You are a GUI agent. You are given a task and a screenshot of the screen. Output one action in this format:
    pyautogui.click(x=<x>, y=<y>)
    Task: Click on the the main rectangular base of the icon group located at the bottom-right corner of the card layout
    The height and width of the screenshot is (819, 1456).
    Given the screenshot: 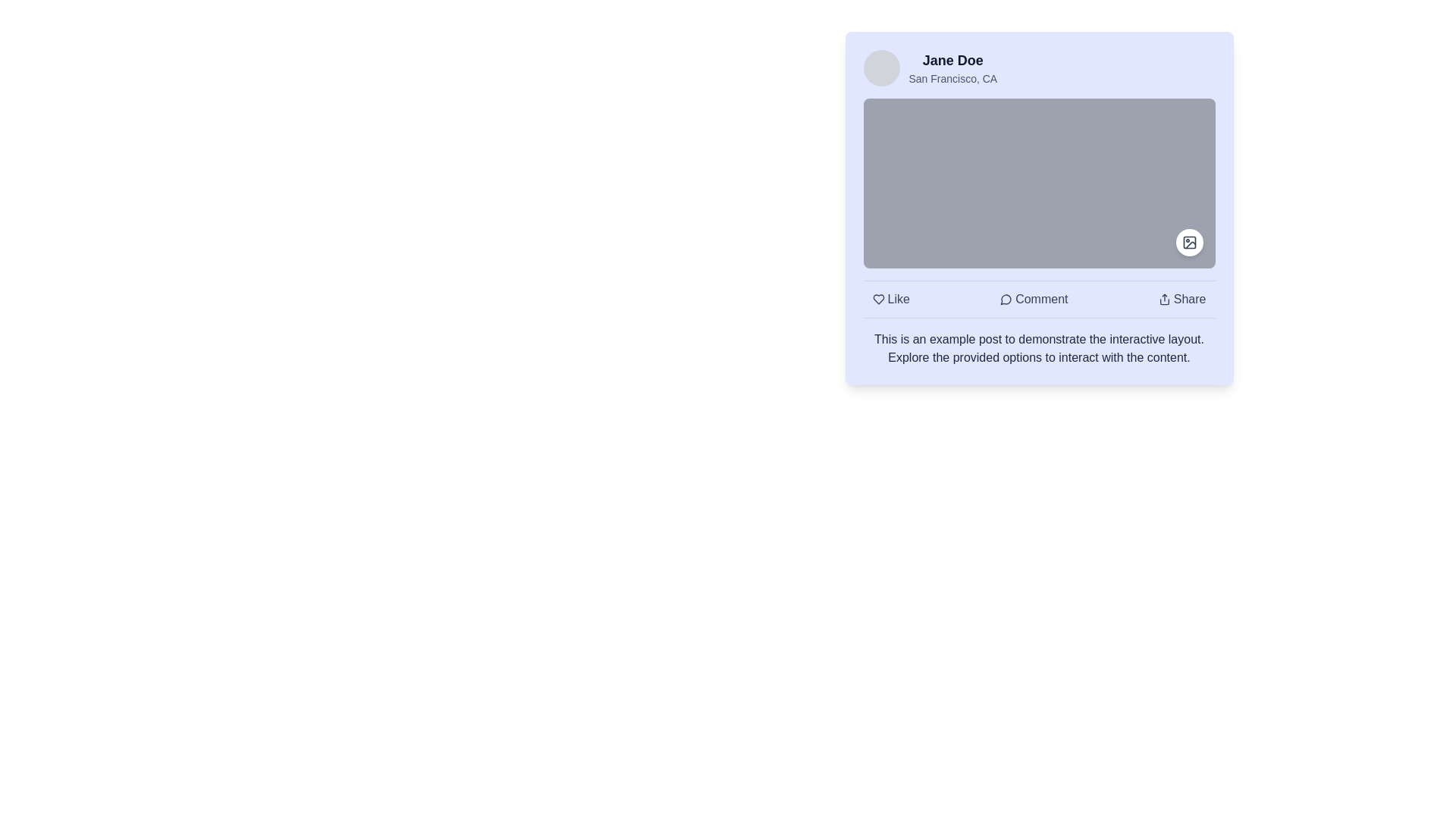 What is the action you would take?
    pyautogui.click(x=1188, y=242)
    